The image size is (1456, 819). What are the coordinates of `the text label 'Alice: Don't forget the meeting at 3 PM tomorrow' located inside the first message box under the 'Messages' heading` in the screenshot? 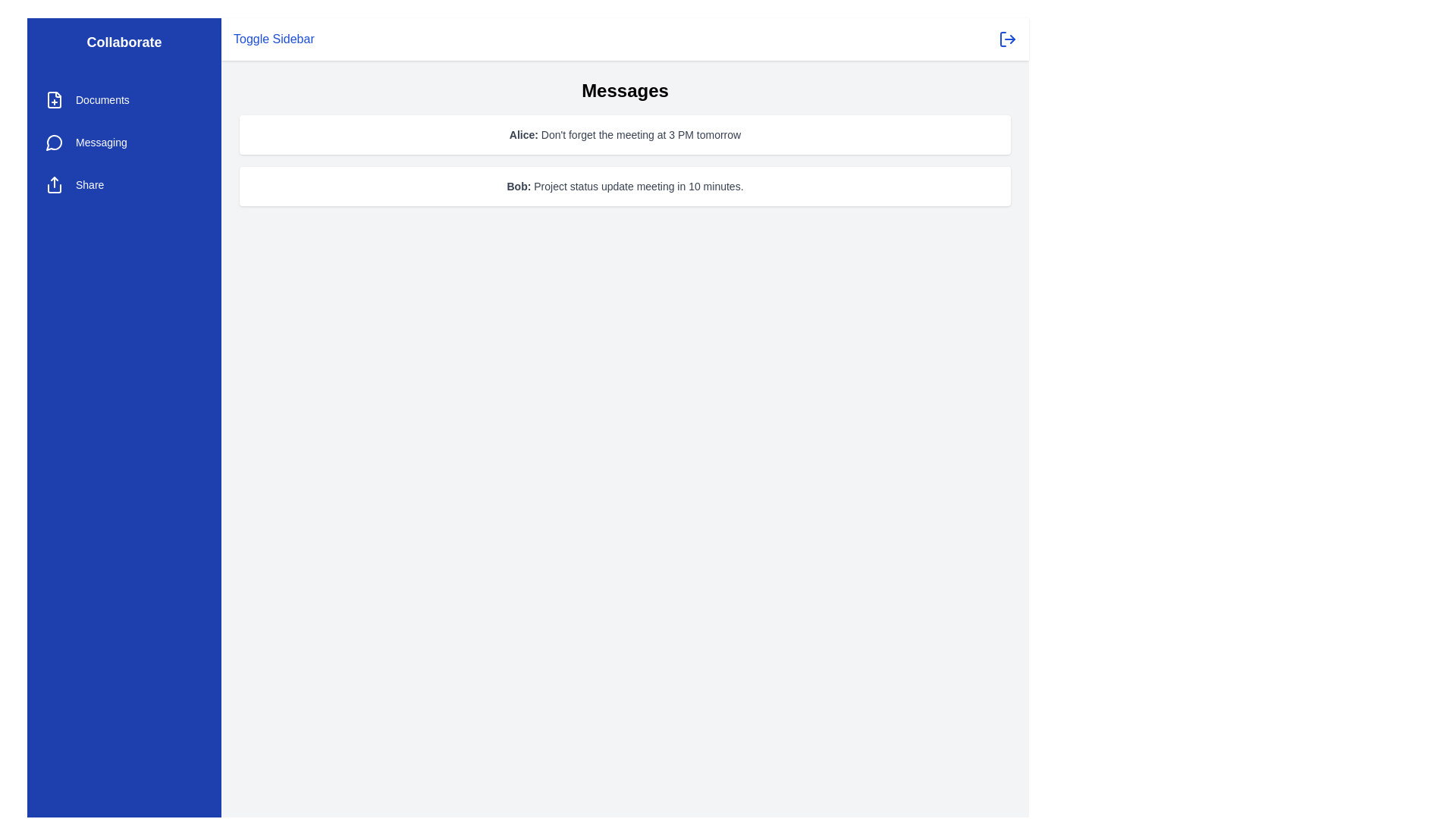 It's located at (523, 133).